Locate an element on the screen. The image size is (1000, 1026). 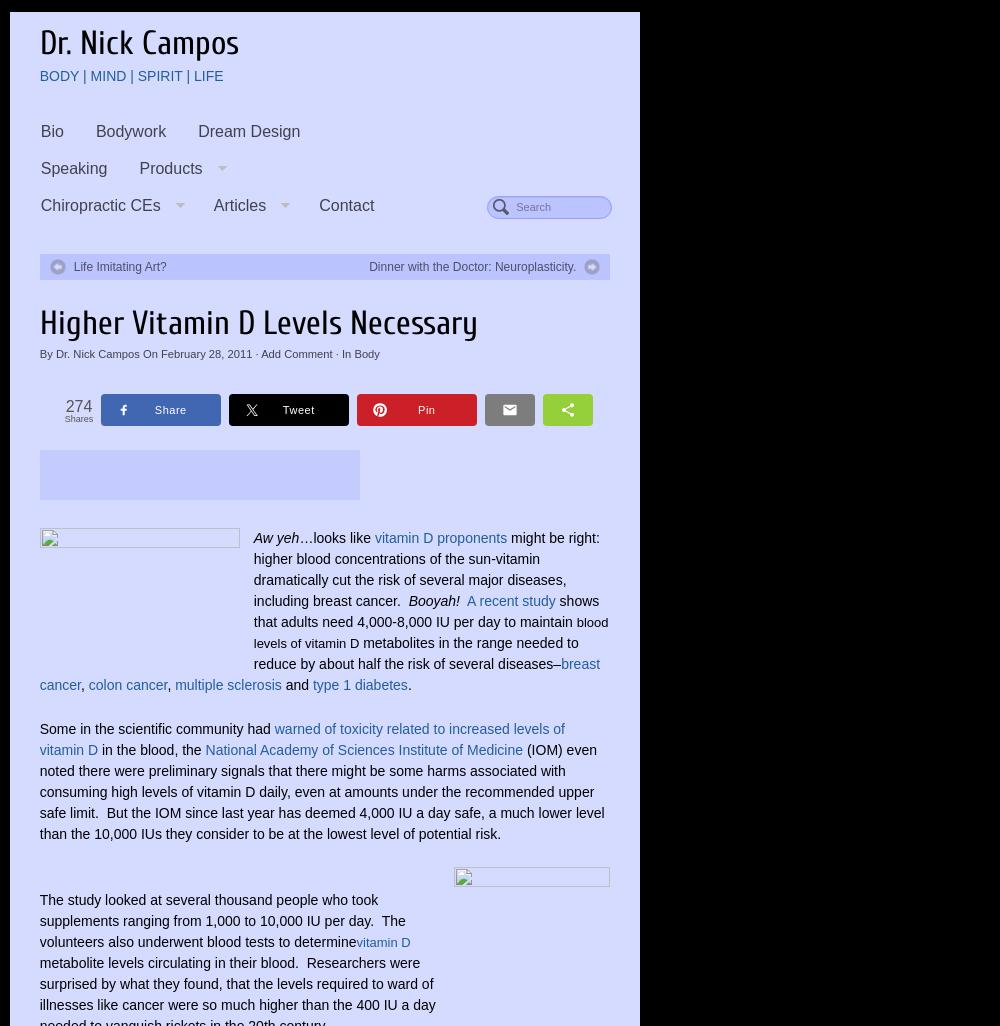
'274' is located at coordinates (77, 404).